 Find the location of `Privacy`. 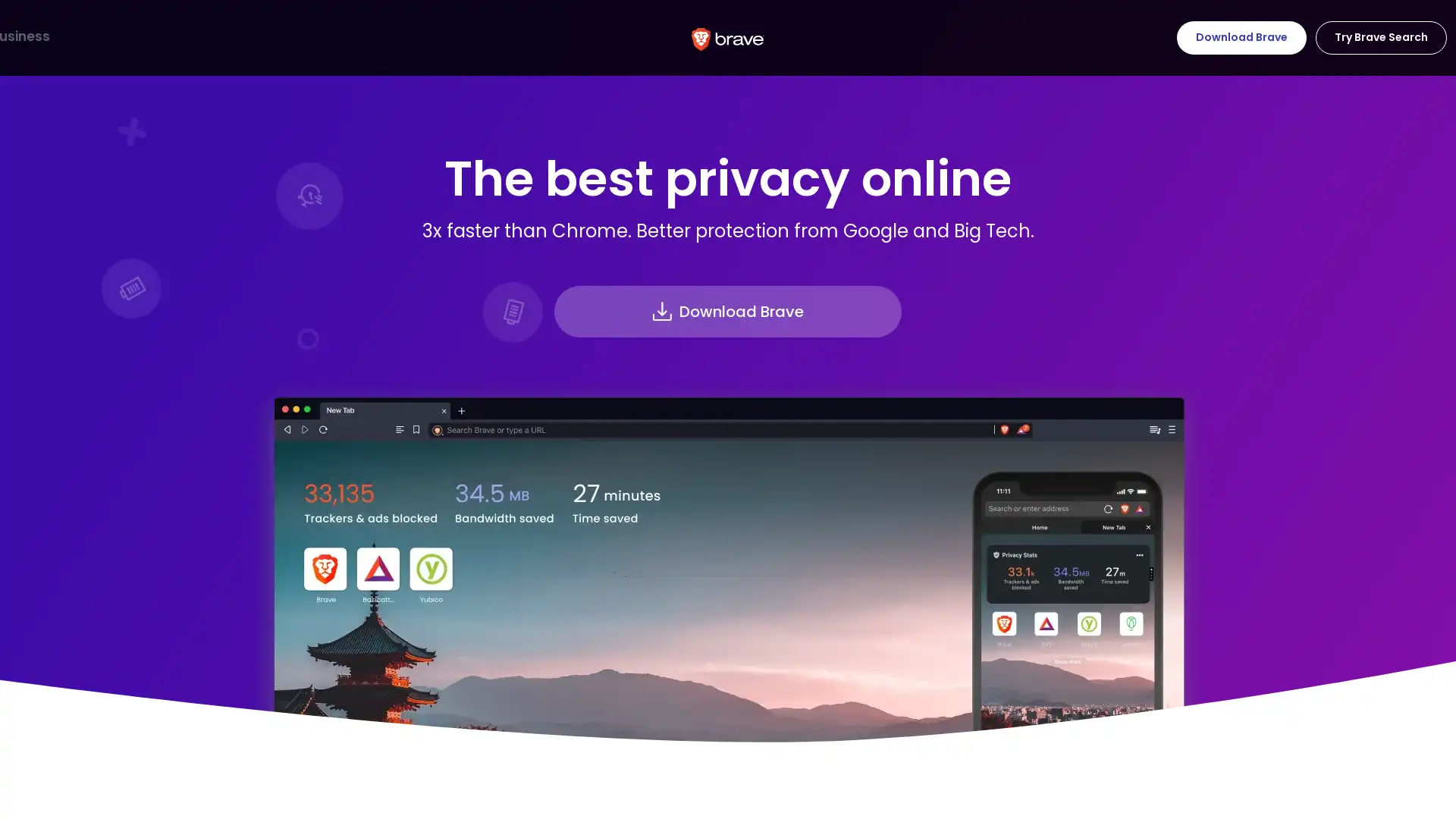

Privacy is located at coordinates (196, 36).